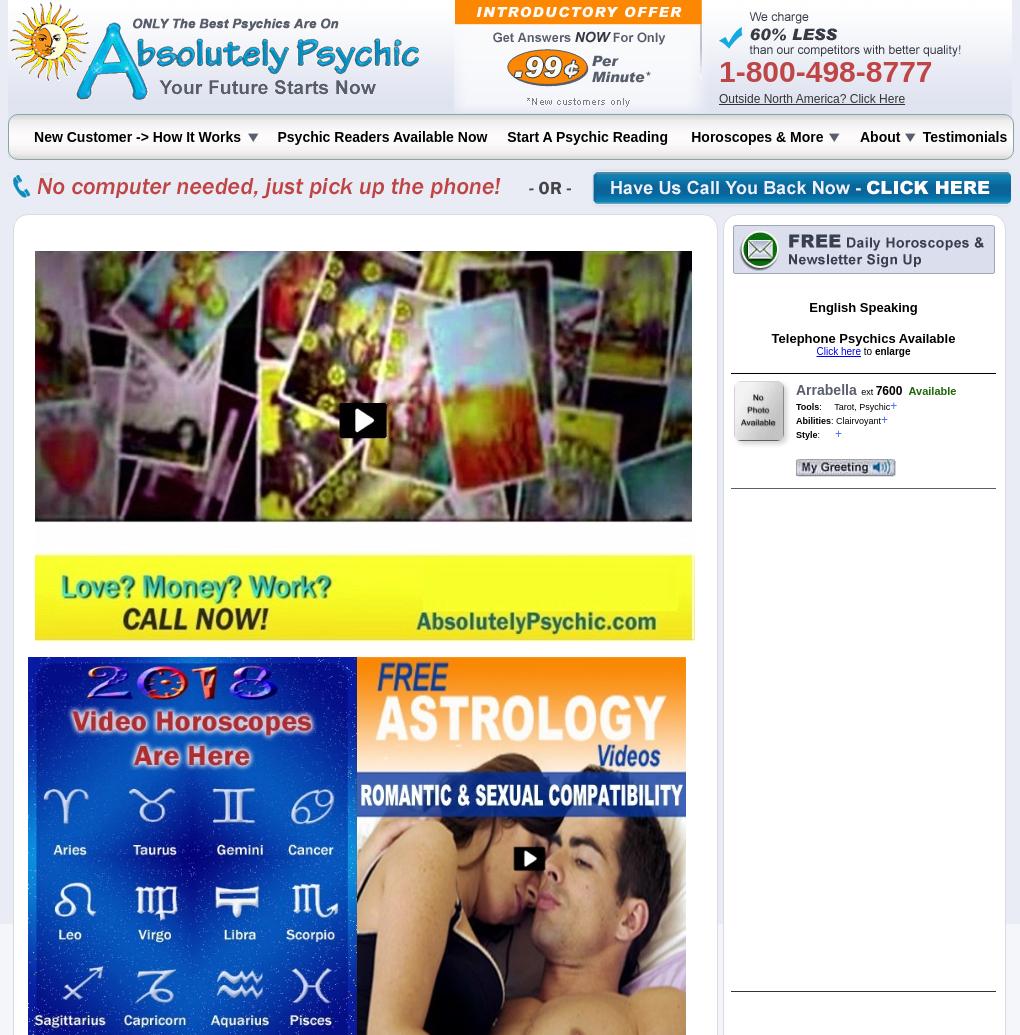 The height and width of the screenshot is (1035, 1020). What do you see at coordinates (276, 137) in the screenshot?
I see `'Psychic 
            Readers Available Now'` at bounding box center [276, 137].